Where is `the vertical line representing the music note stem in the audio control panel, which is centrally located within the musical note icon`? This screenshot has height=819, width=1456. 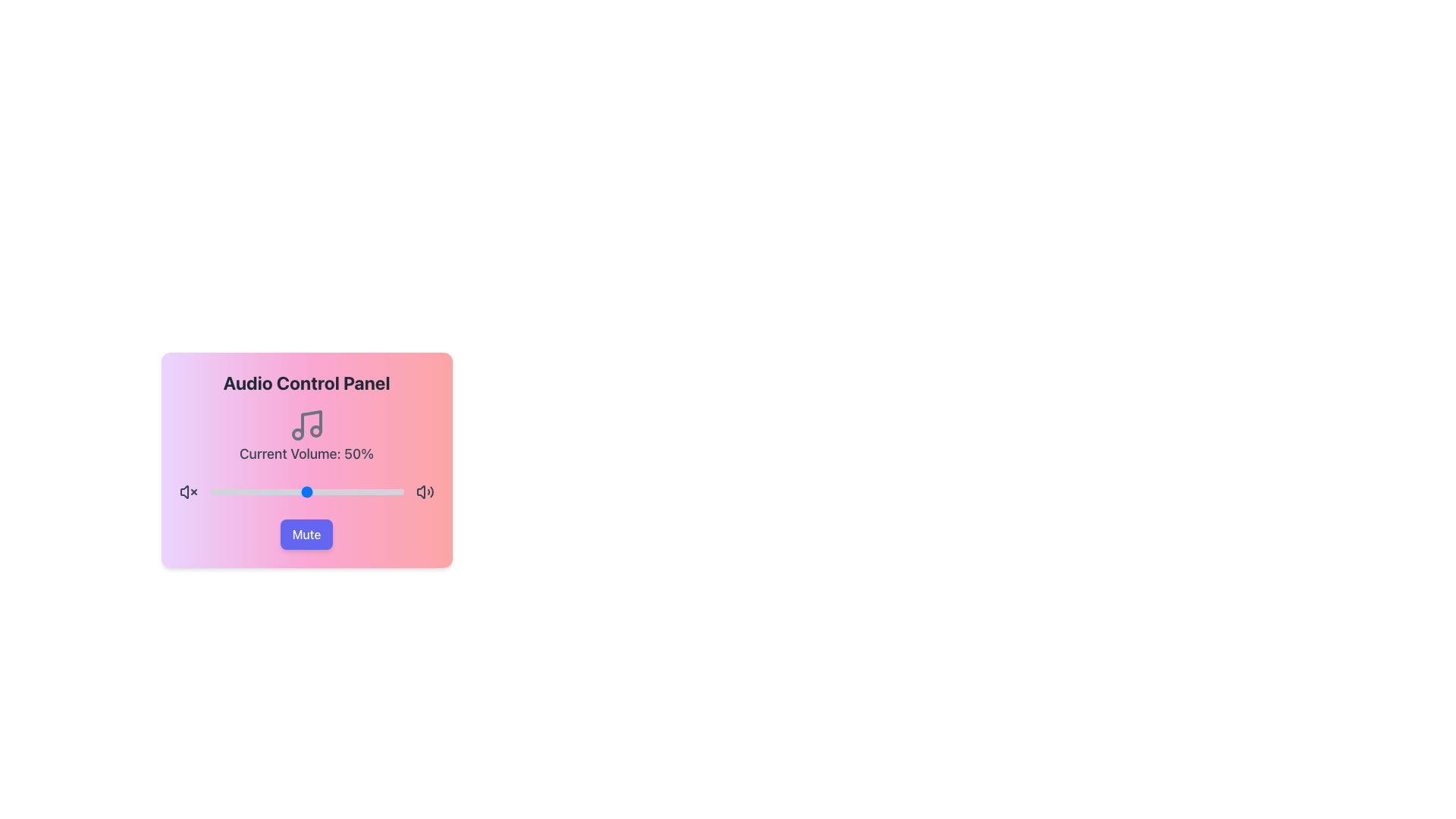
the vertical line representing the music note stem in the audio control panel, which is centrally located within the musical note icon is located at coordinates (310, 423).